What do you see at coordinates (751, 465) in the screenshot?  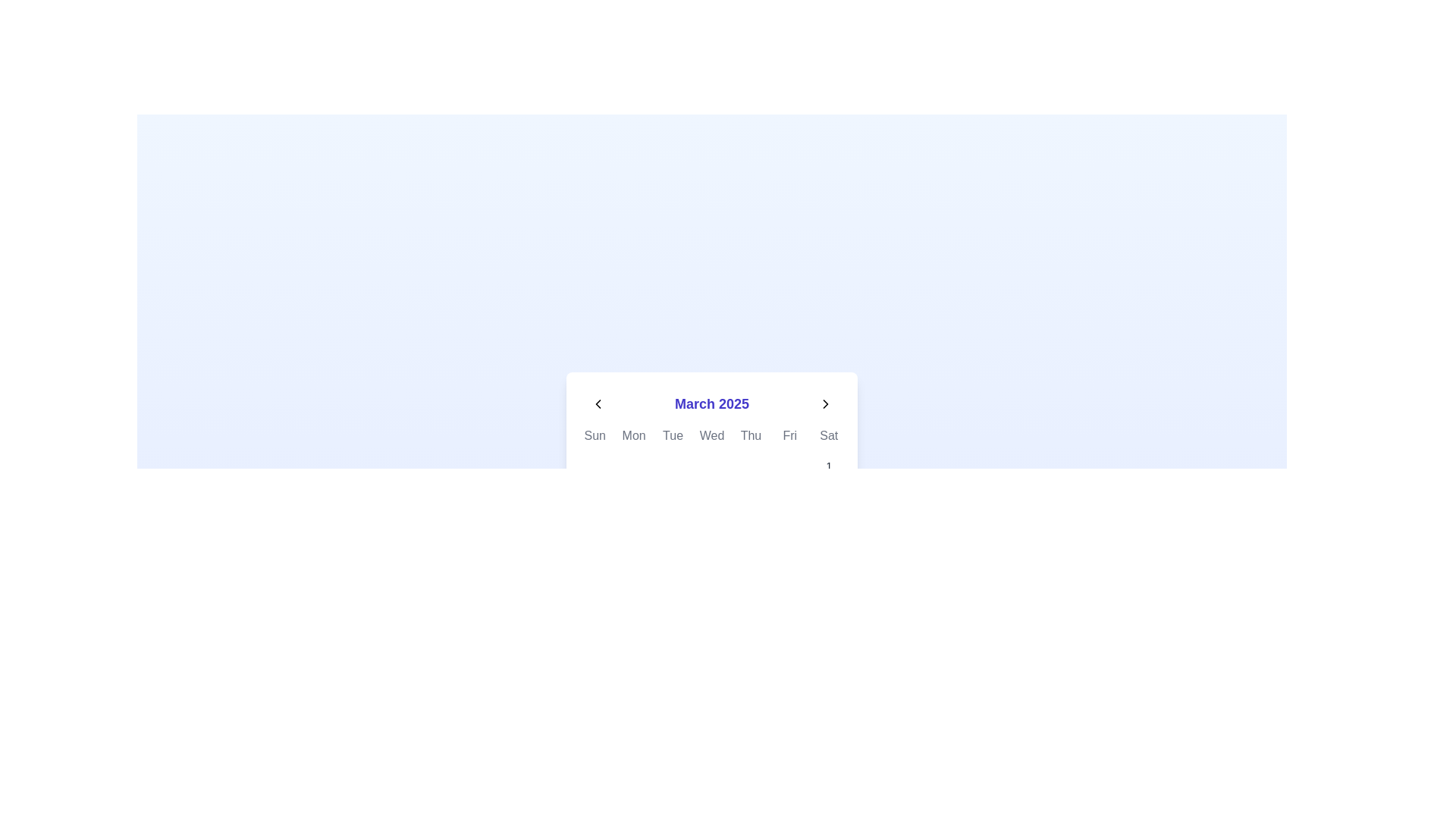 I see `the calendar cell button representing 'Thursday'` at bounding box center [751, 465].